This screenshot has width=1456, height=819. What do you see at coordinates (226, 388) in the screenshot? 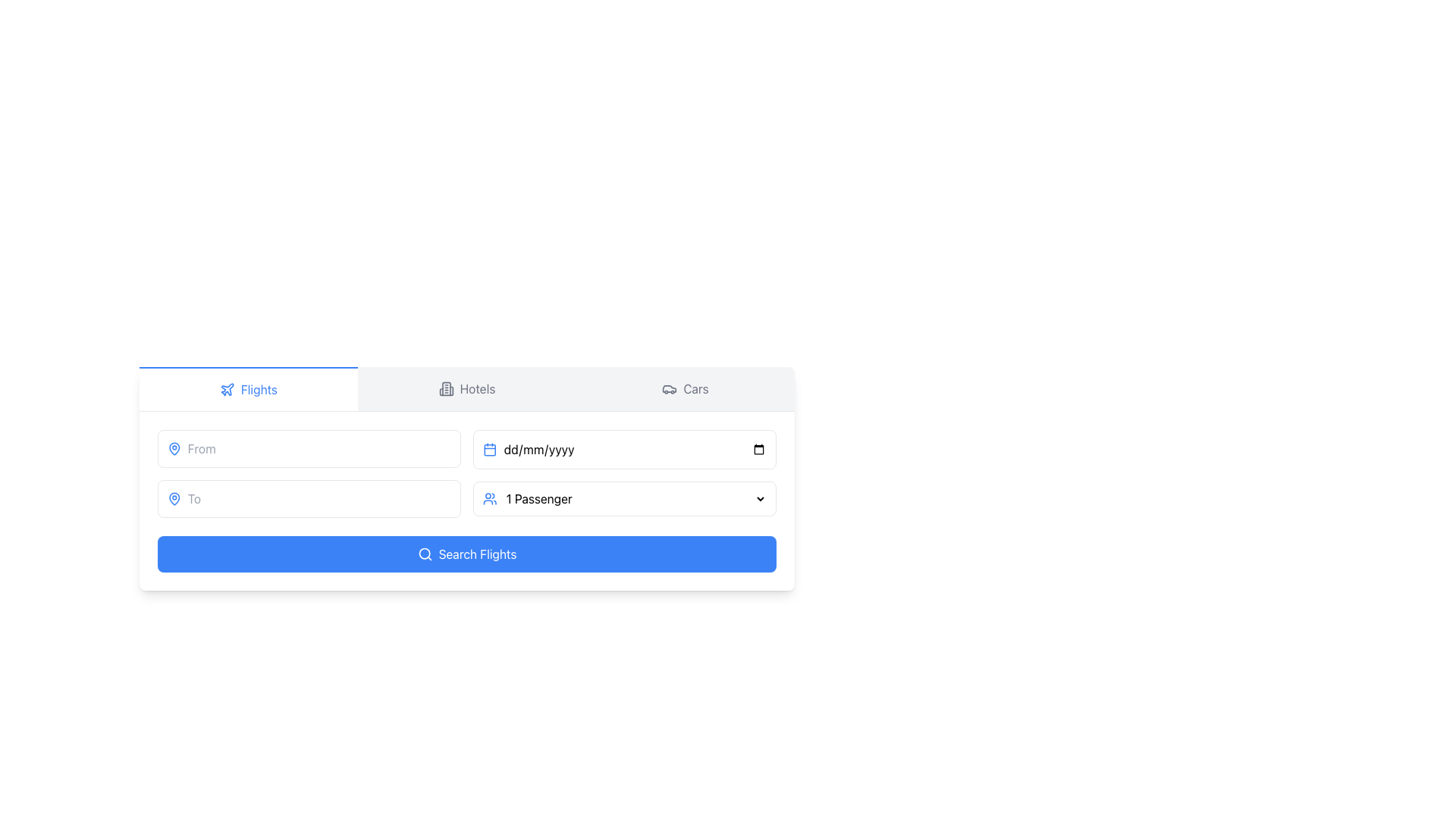
I see `the airplane icon in the Flights tab header` at bounding box center [226, 388].